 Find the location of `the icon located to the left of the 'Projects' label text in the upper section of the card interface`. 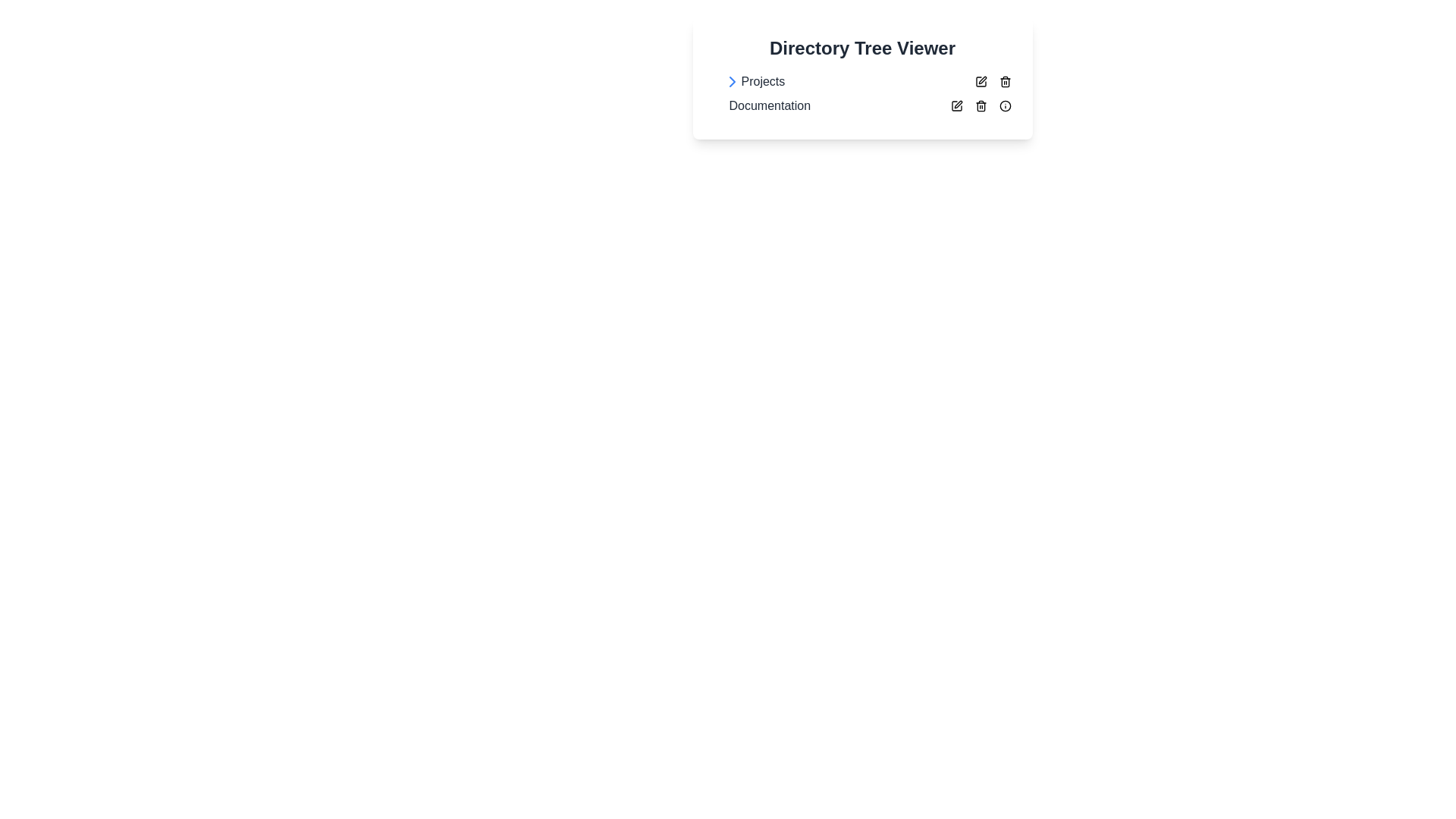

the icon located to the left of the 'Projects' label text in the upper section of the card interface is located at coordinates (732, 82).